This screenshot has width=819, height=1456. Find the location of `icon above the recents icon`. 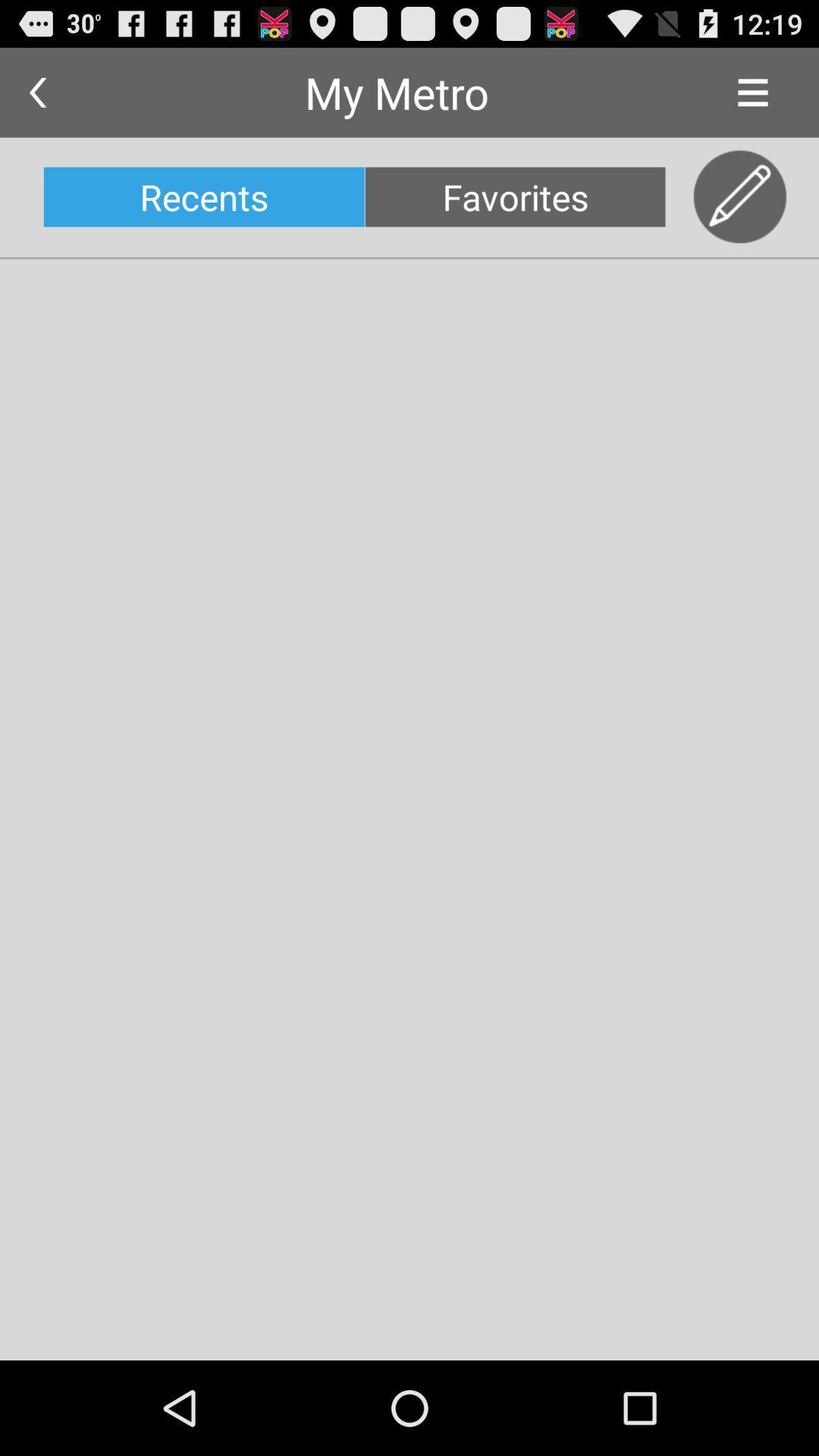

icon above the recents icon is located at coordinates (36, 92).